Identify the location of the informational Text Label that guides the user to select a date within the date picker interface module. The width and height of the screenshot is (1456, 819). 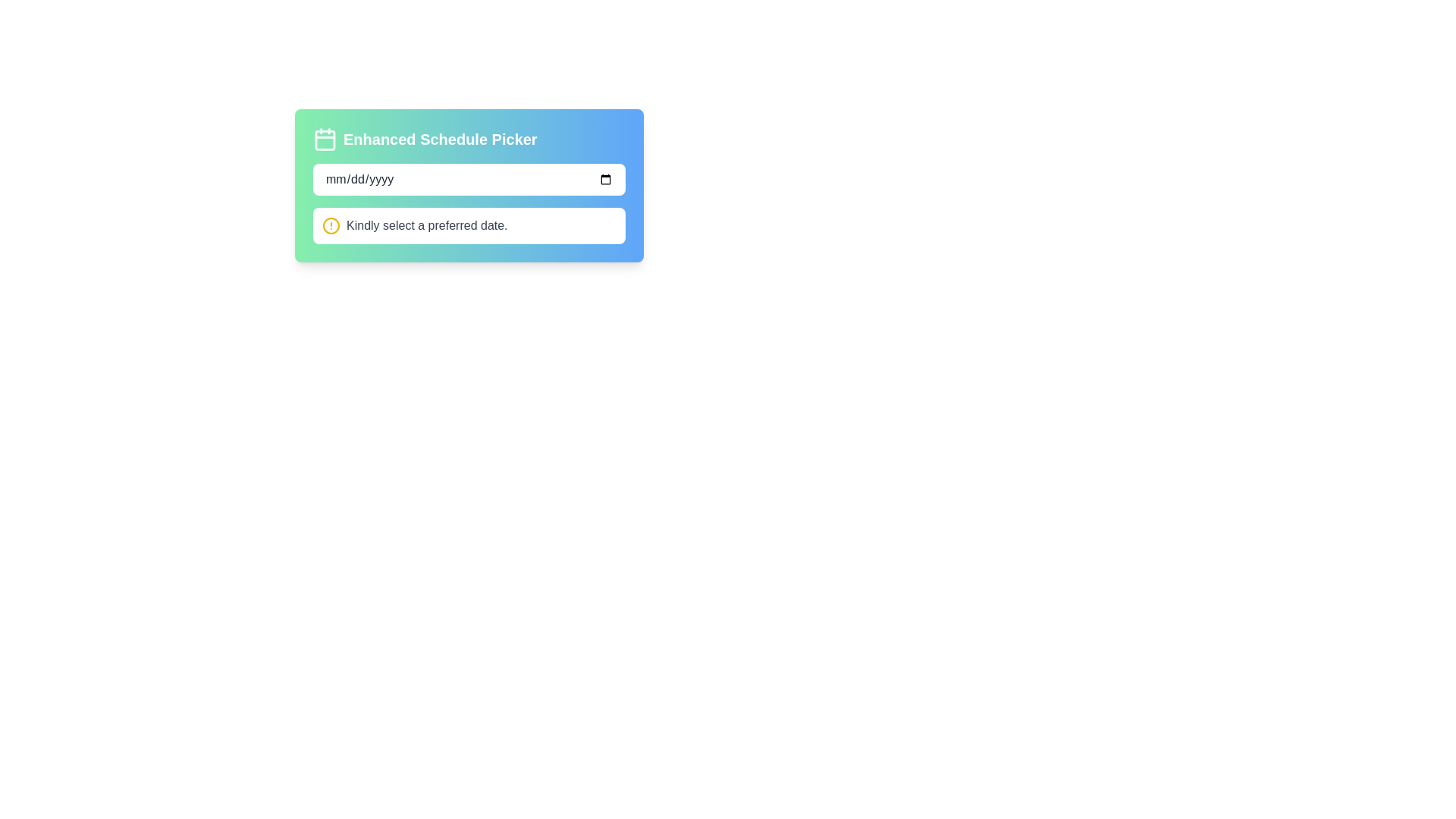
(426, 225).